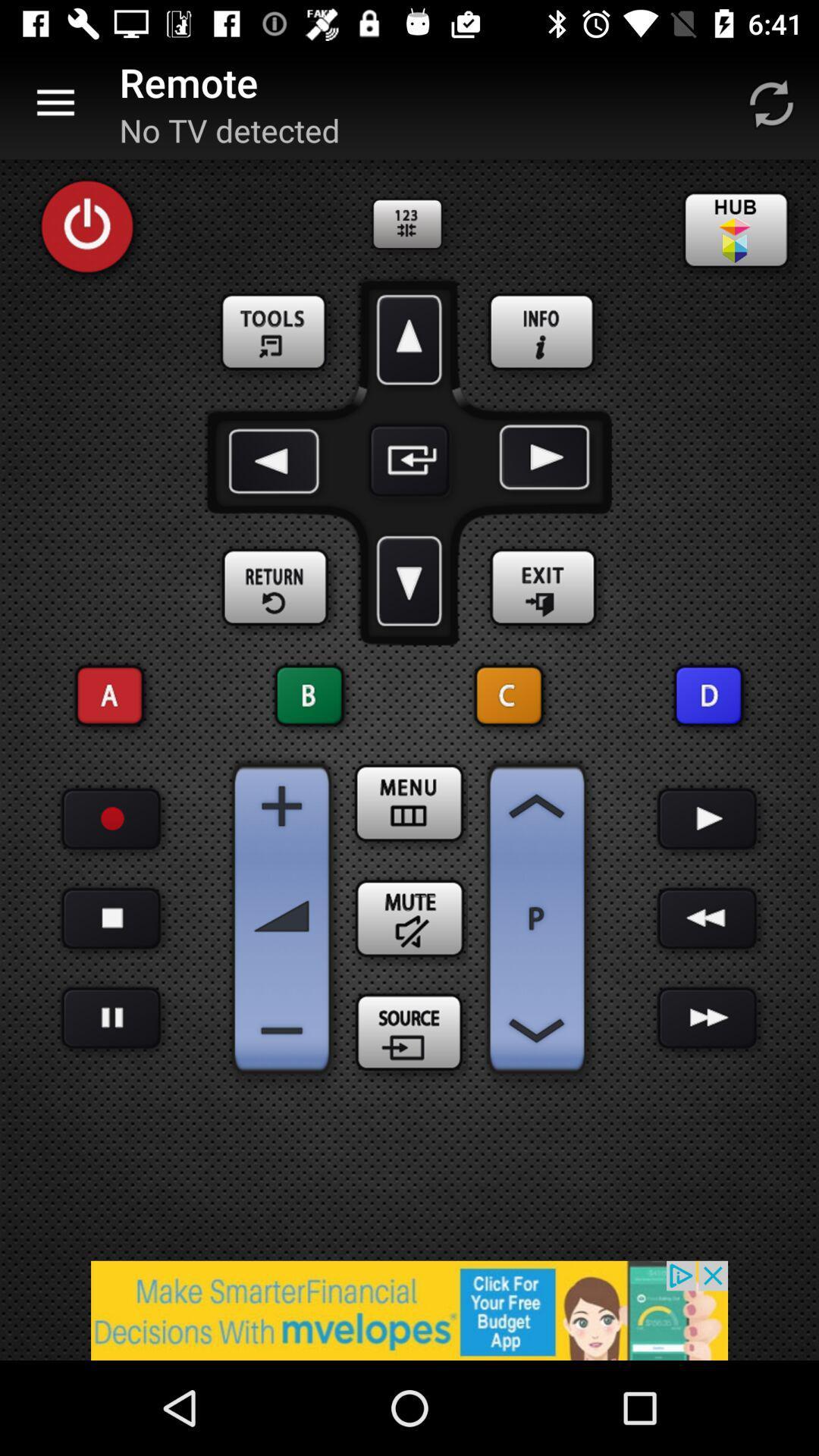  What do you see at coordinates (110, 918) in the screenshot?
I see `stop` at bounding box center [110, 918].